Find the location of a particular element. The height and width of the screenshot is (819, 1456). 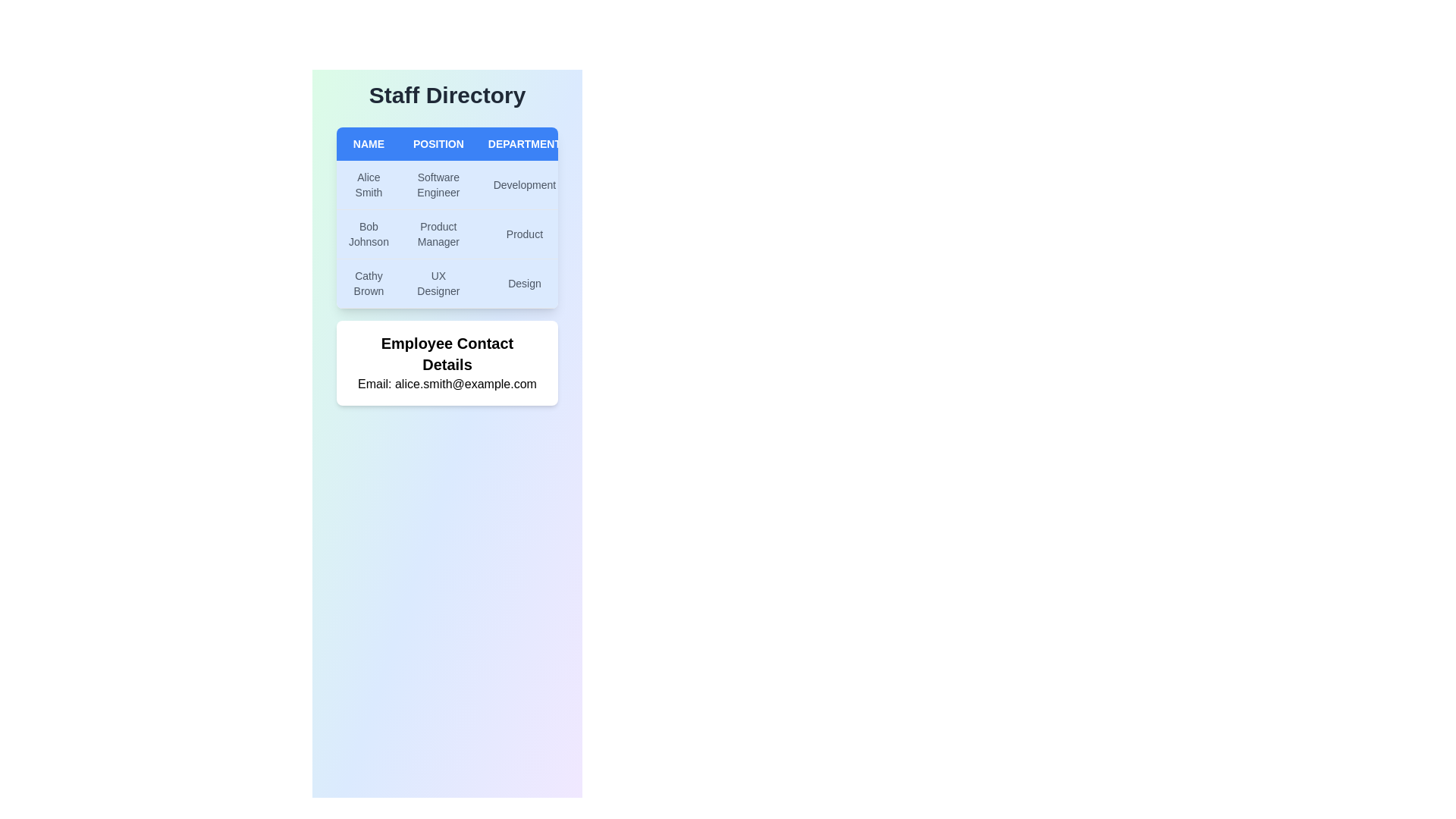

the second row of the table in the 'Staff Directory' section displaying employee information for 'Bob Johnson', who is a 'Product Manager' in the 'Product' department is located at coordinates (491, 234).